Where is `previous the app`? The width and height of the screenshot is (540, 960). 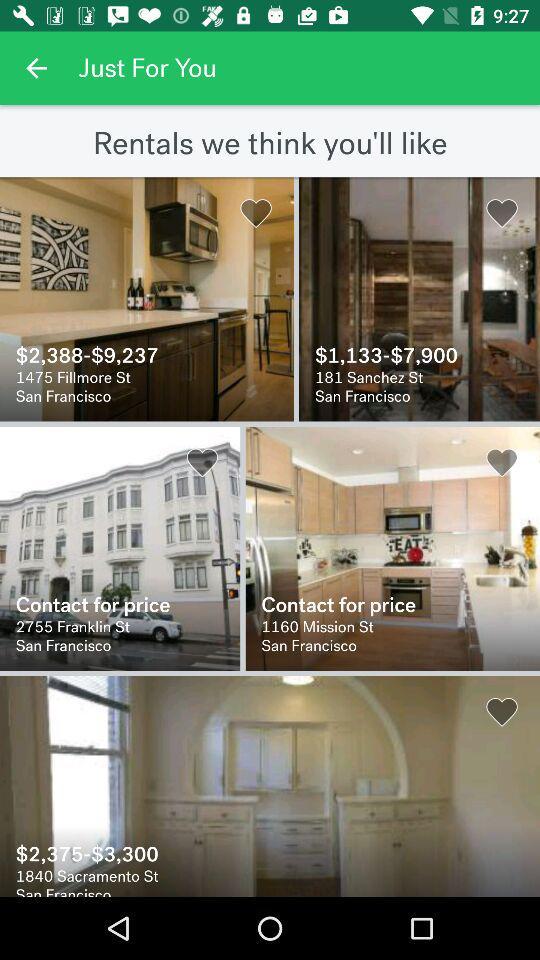 previous the app is located at coordinates (36, 68).